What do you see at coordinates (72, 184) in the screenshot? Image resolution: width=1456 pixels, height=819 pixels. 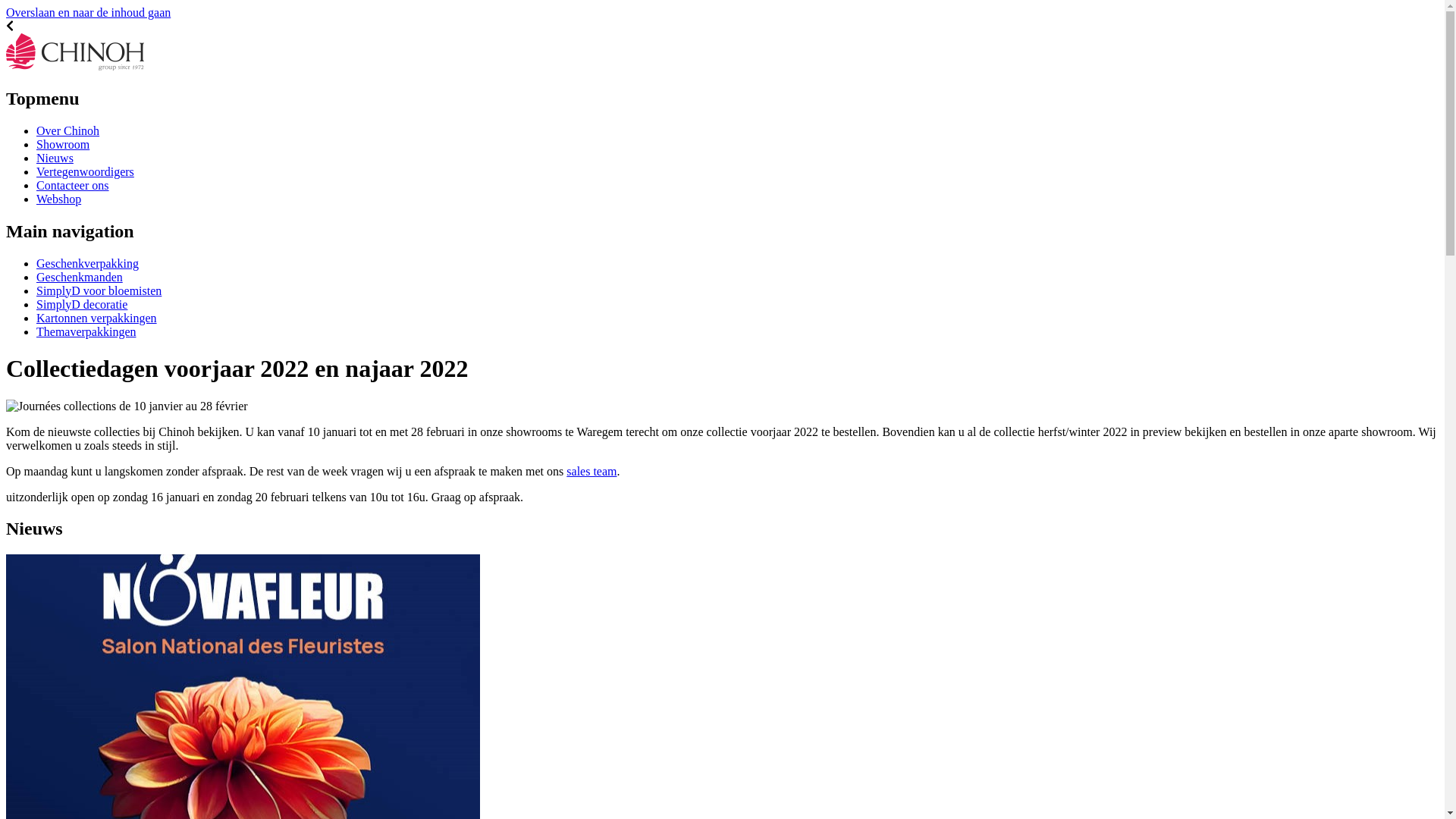 I see `'Contacteer ons'` at bounding box center [72, 184].